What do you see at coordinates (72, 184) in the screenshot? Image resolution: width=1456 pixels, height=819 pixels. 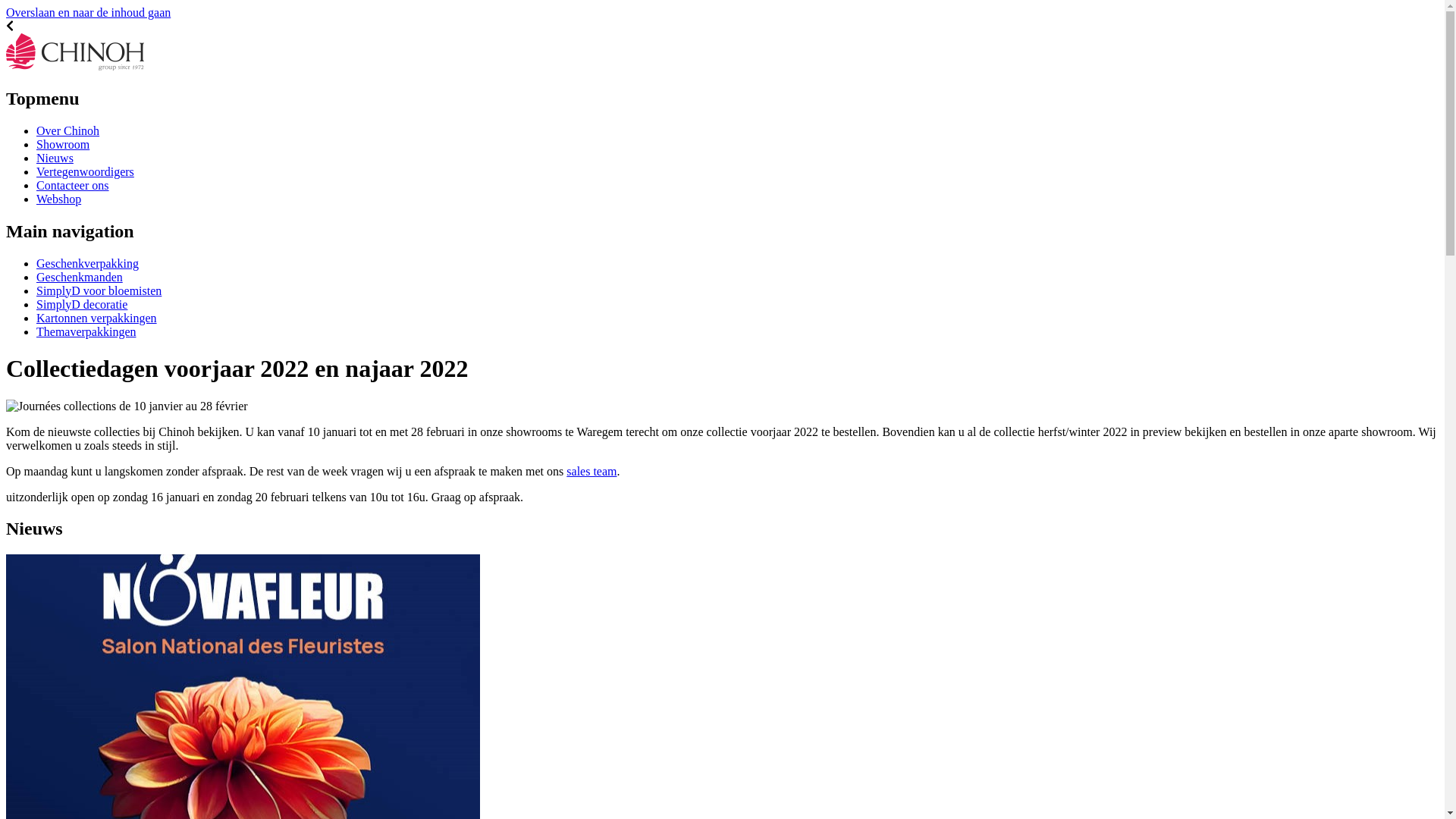 I see `'Contacteer ons'` at bounding box center [72, 184].